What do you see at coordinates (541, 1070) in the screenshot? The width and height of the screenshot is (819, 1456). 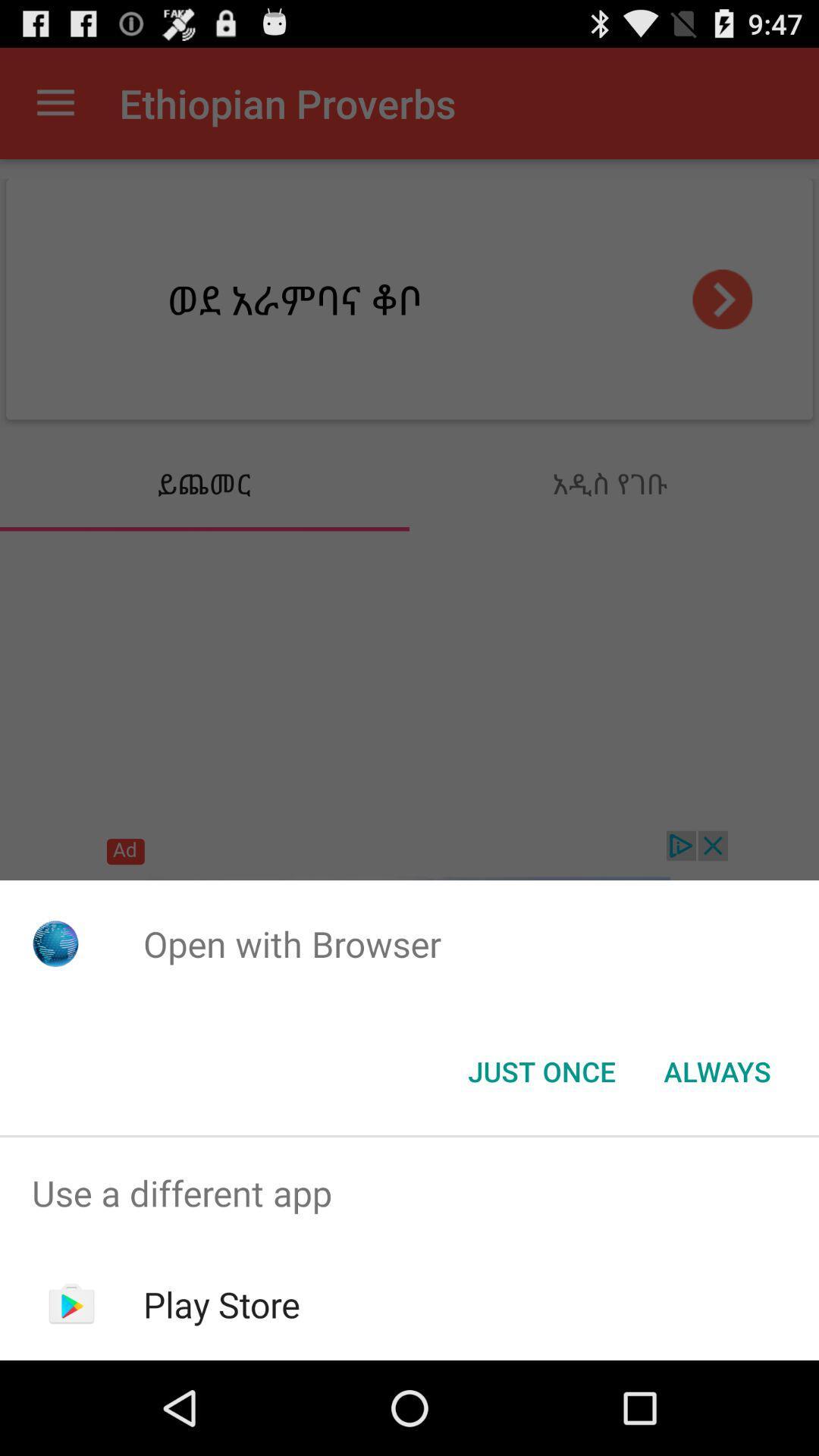 I see `the item to the left of the always item` at bounding box center [541, 1070].